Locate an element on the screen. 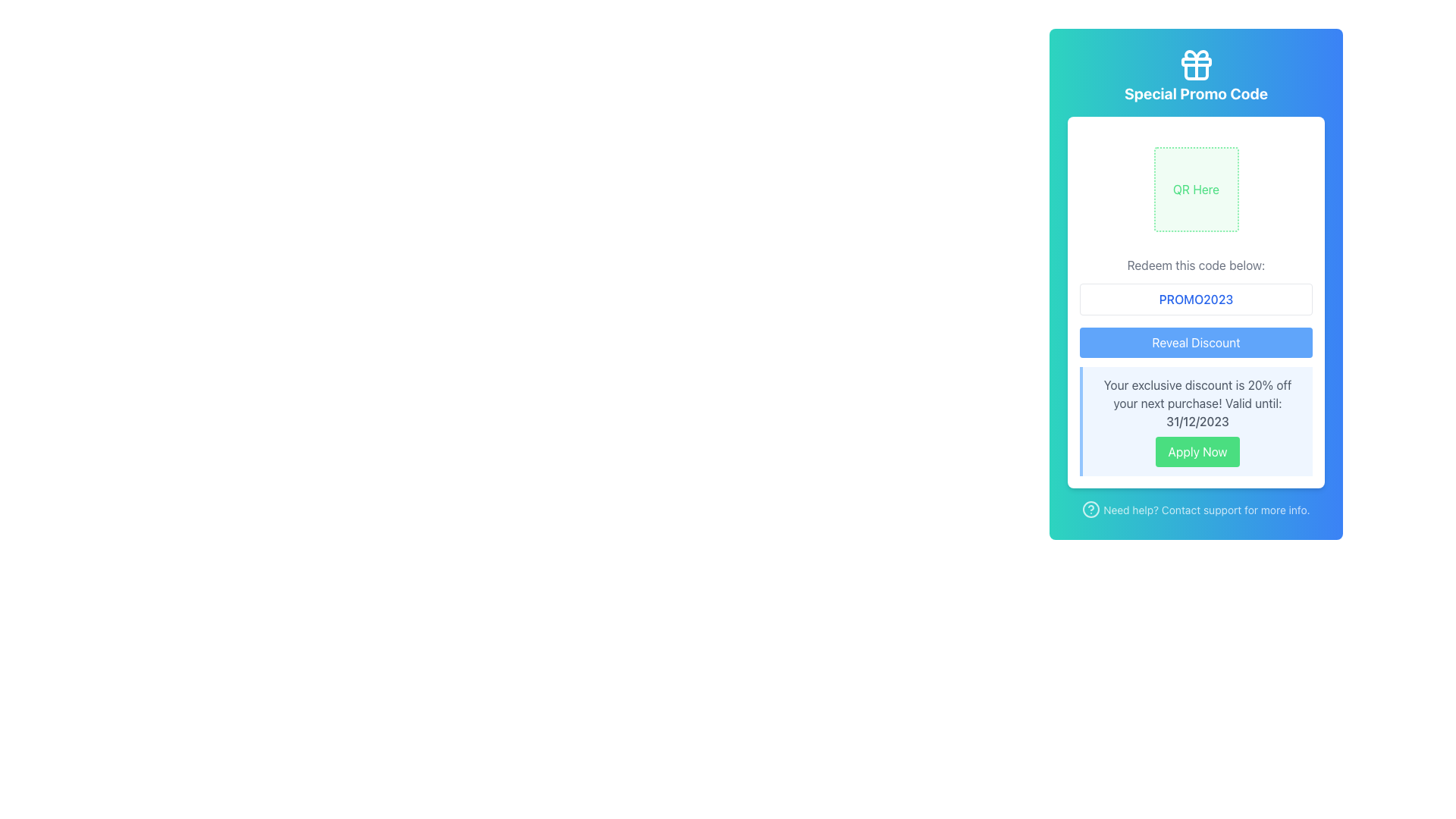 Image resolution: width=1456 pixels, height=819 pixels. the prominent blue button with bold white text that says 'Reveal Discount' is located at coordinates (1195, 342).